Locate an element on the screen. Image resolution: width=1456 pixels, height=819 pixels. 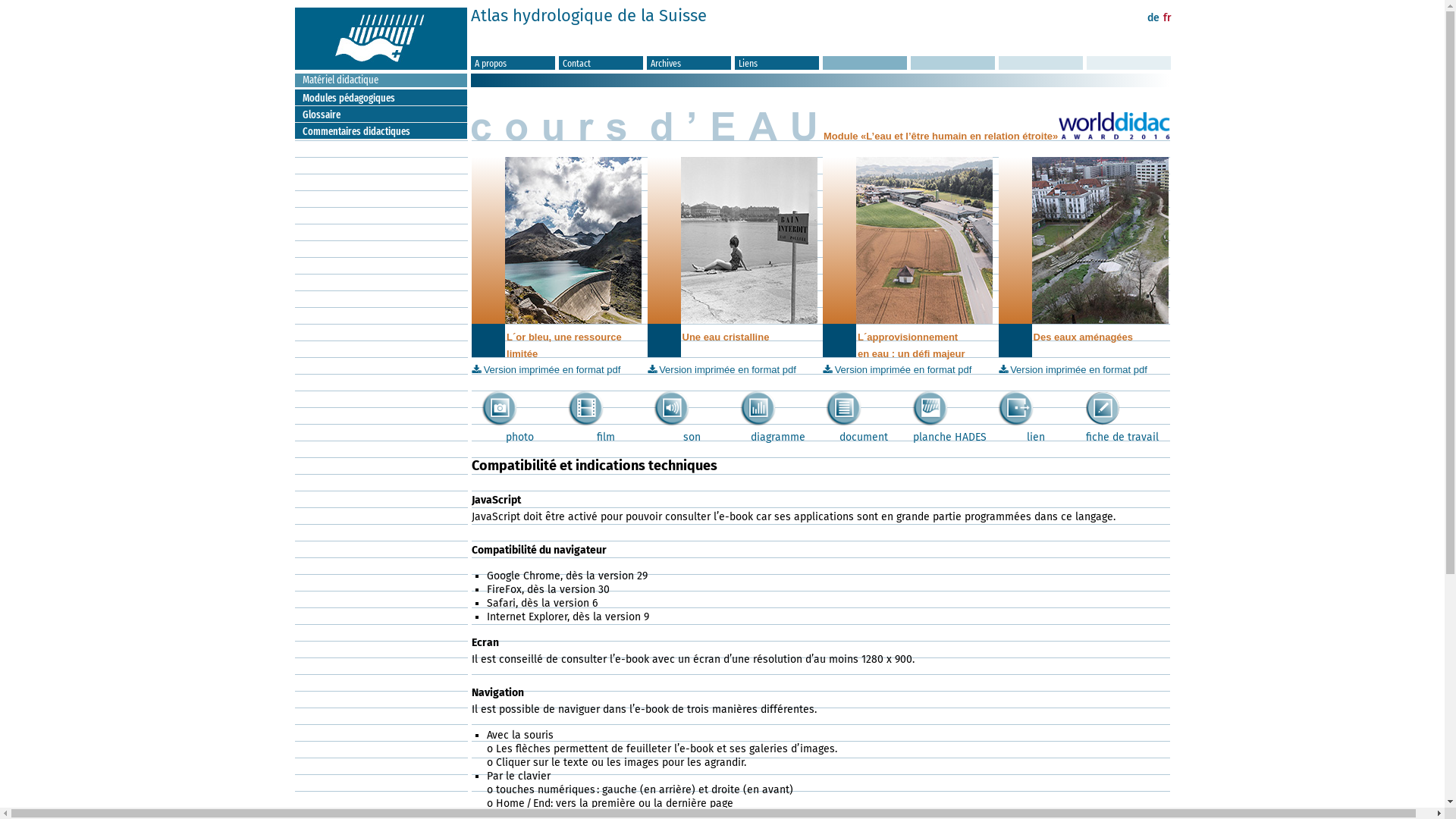
'bouton photo' is located at coordinates (499, 407).